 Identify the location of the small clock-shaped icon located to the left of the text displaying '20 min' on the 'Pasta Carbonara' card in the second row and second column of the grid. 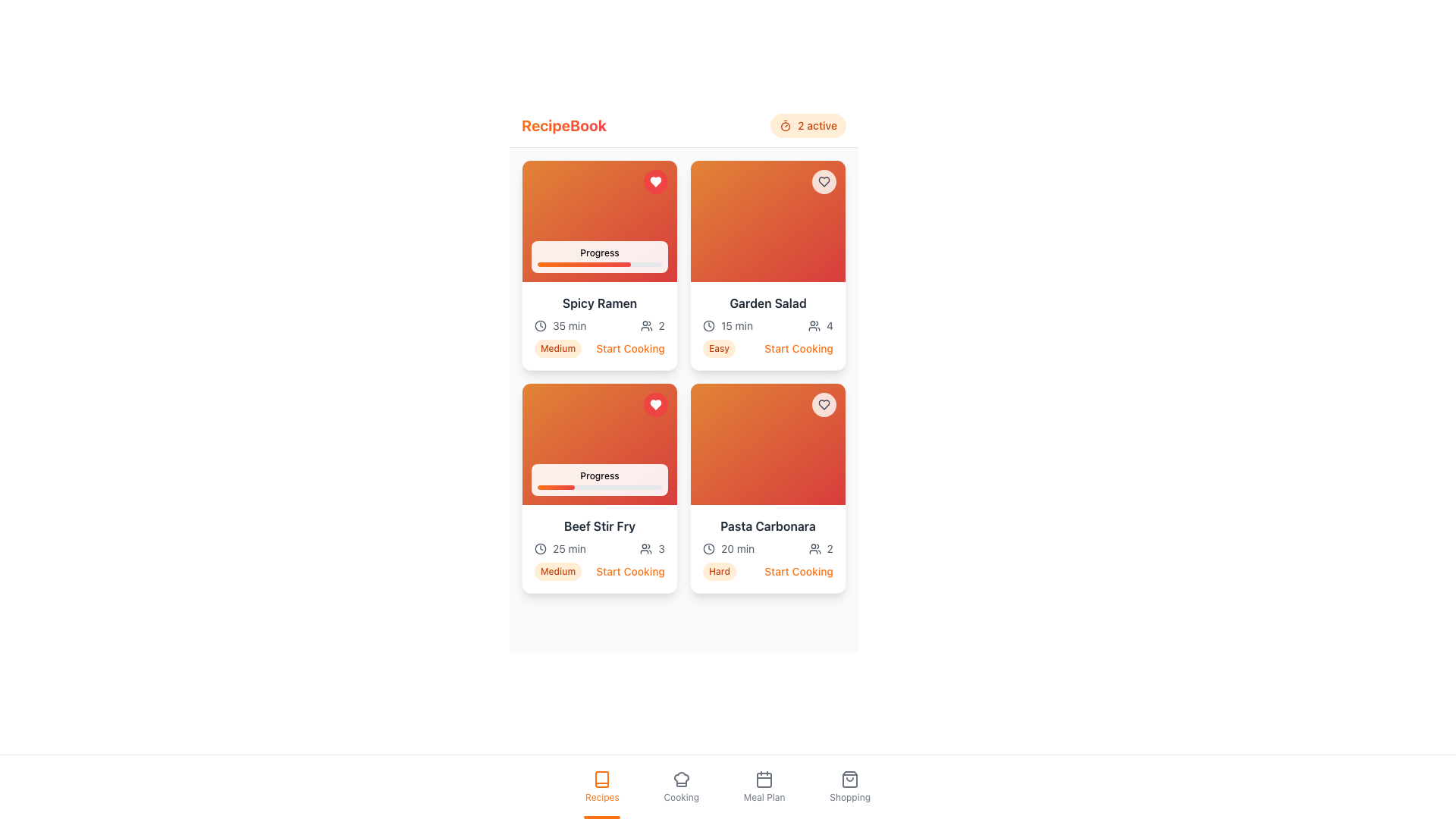
(708, 549).